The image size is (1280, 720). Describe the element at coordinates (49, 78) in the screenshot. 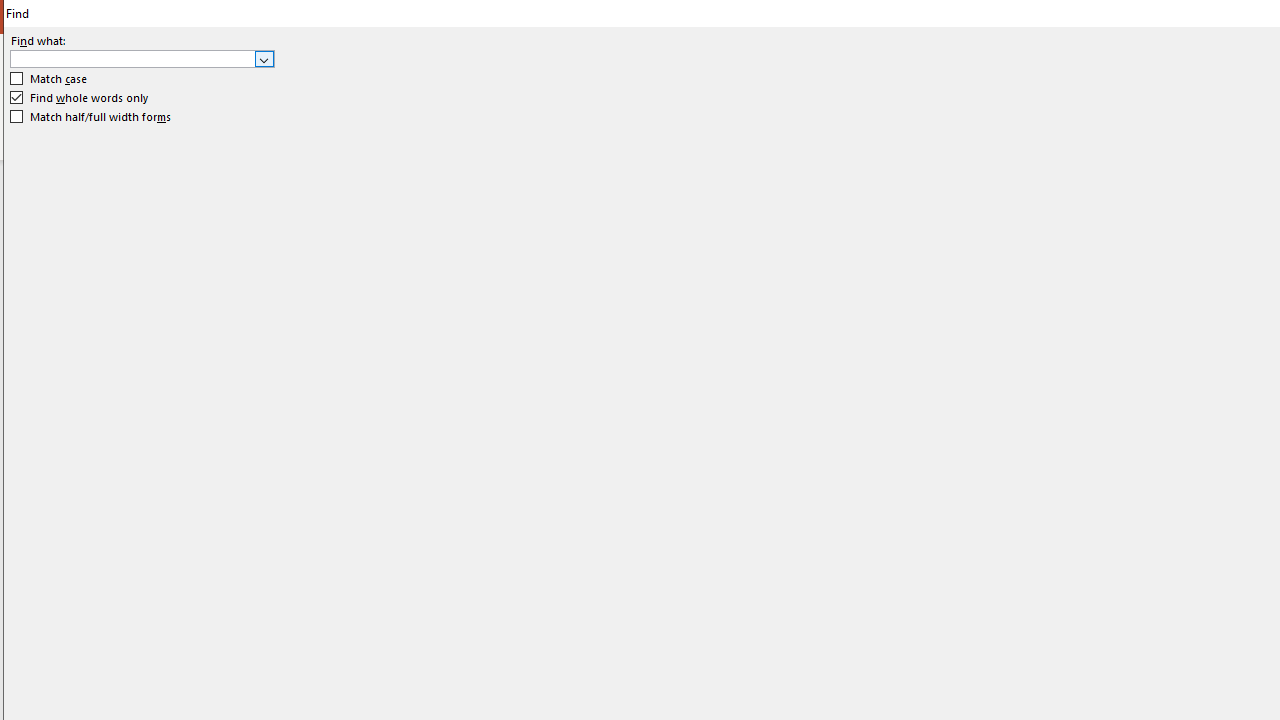

I see `'Match case'` at that location.